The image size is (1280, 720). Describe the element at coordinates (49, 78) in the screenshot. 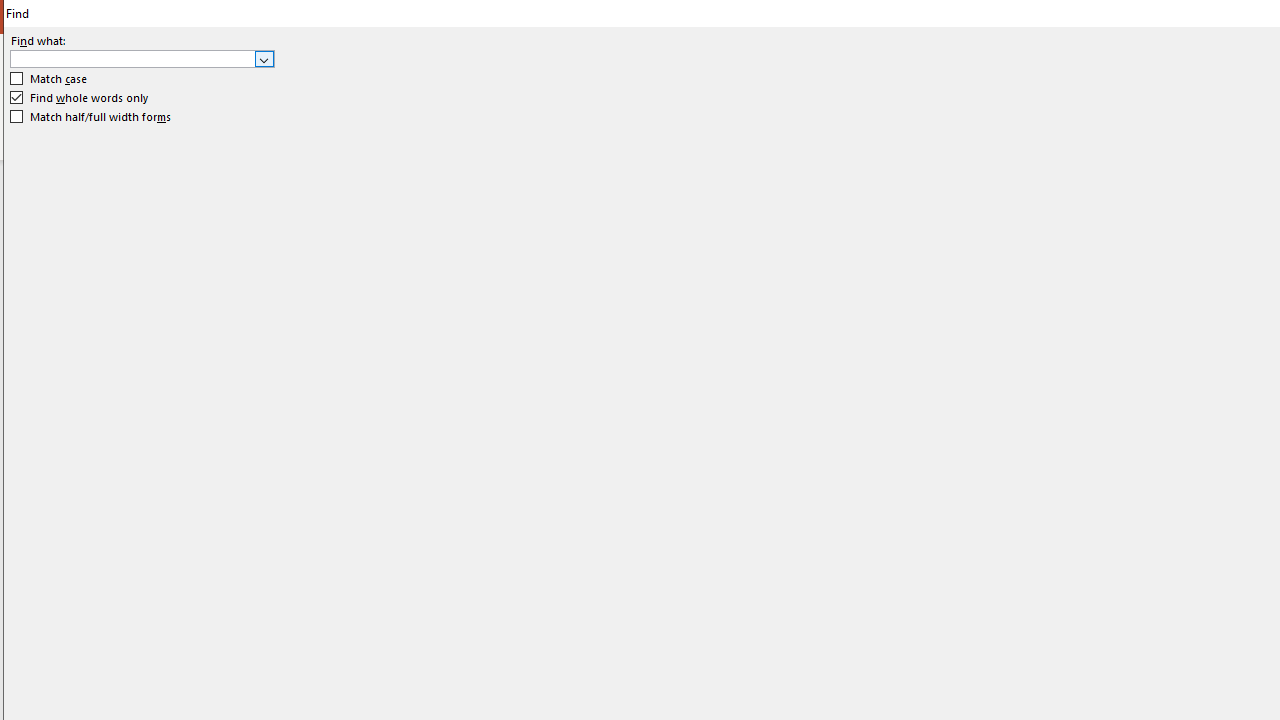

I see `'Match case'` at that location.